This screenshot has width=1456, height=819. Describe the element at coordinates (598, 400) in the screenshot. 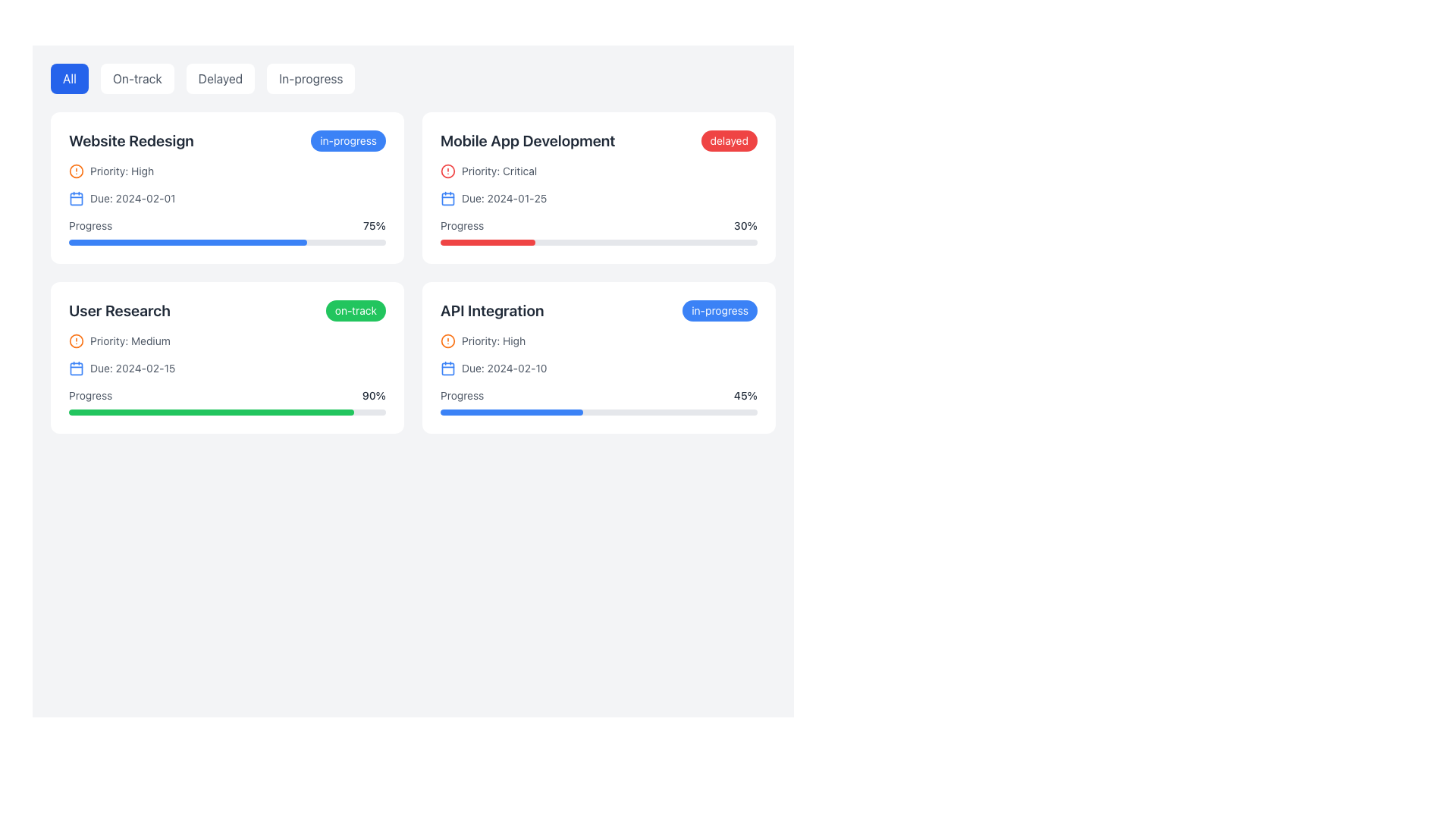

I see `the progress value displayed on the progress bar labeled 'Progress' at the bottom of the 'API Integration' card, which shows '45%'` at that location.